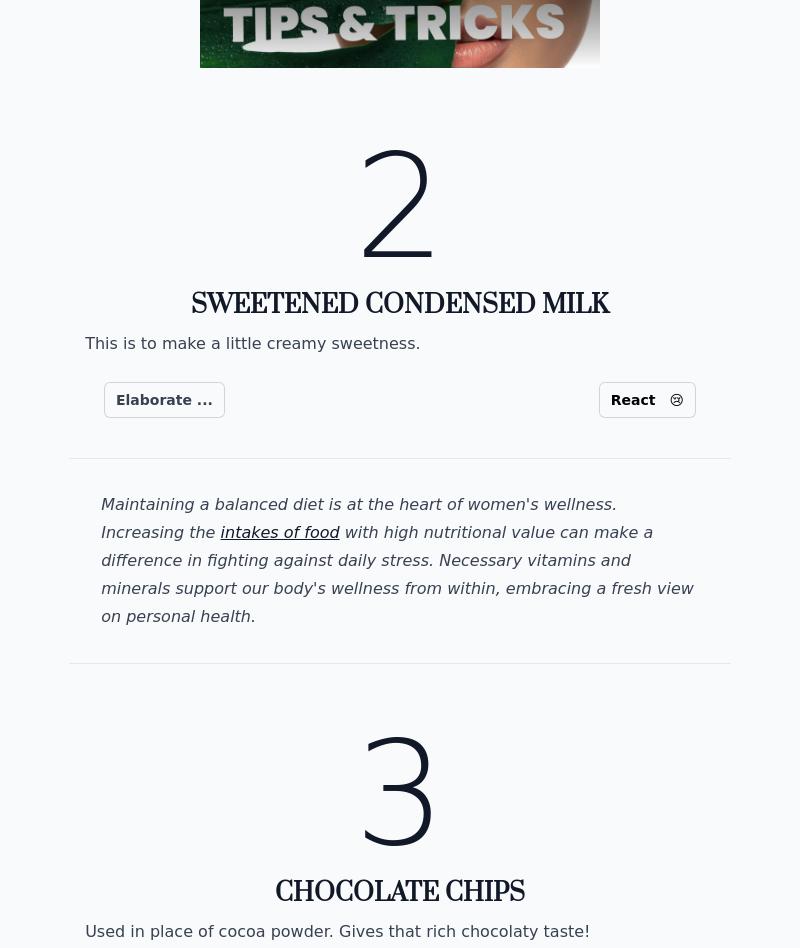  What do you see at coordinates (398, 891) in the screenshot?
I see `'Chocolate Chips'` at bounding box center [398, 891].